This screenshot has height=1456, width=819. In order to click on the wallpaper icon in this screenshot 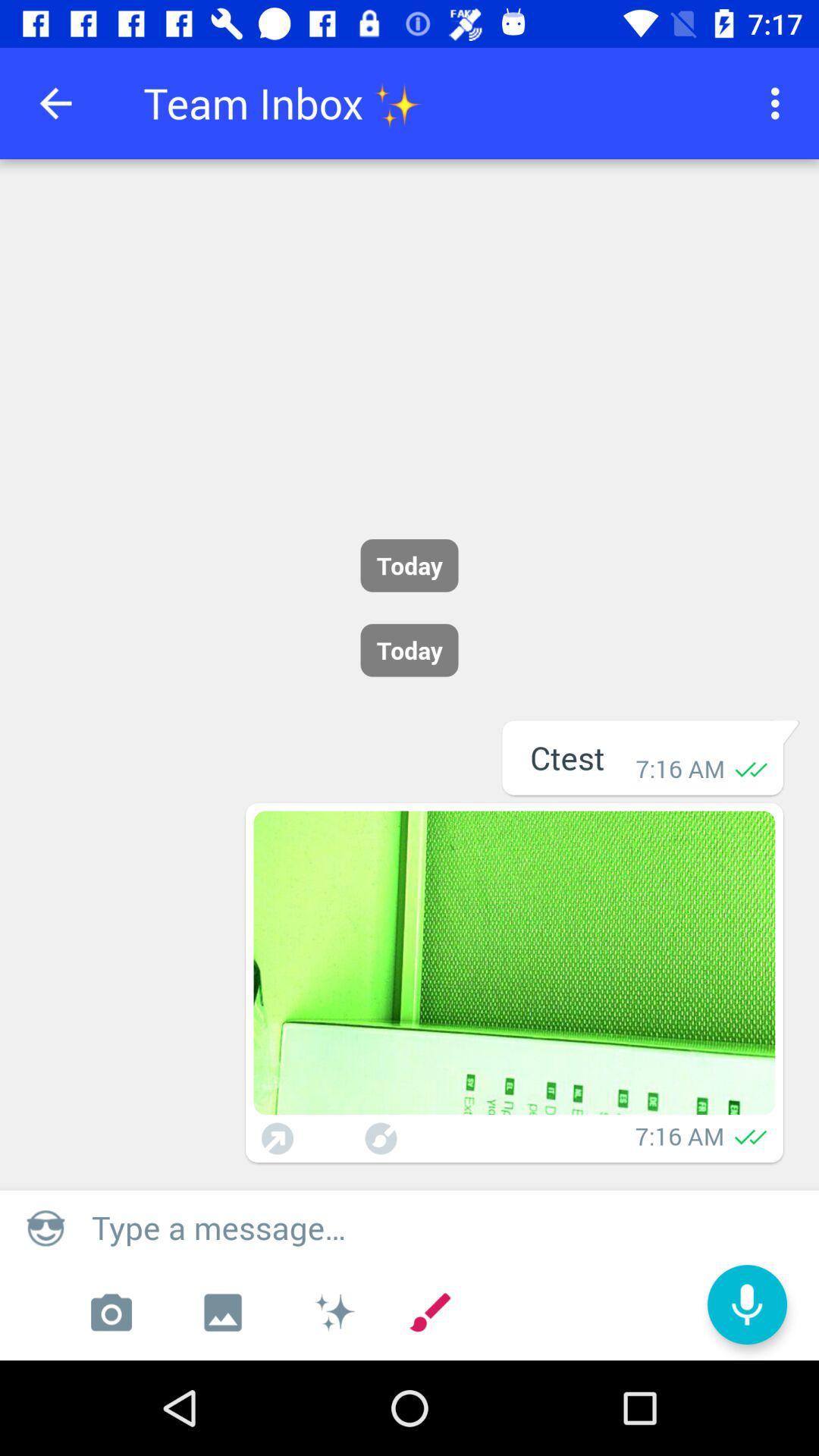, I will do `click(222, 1312)`.